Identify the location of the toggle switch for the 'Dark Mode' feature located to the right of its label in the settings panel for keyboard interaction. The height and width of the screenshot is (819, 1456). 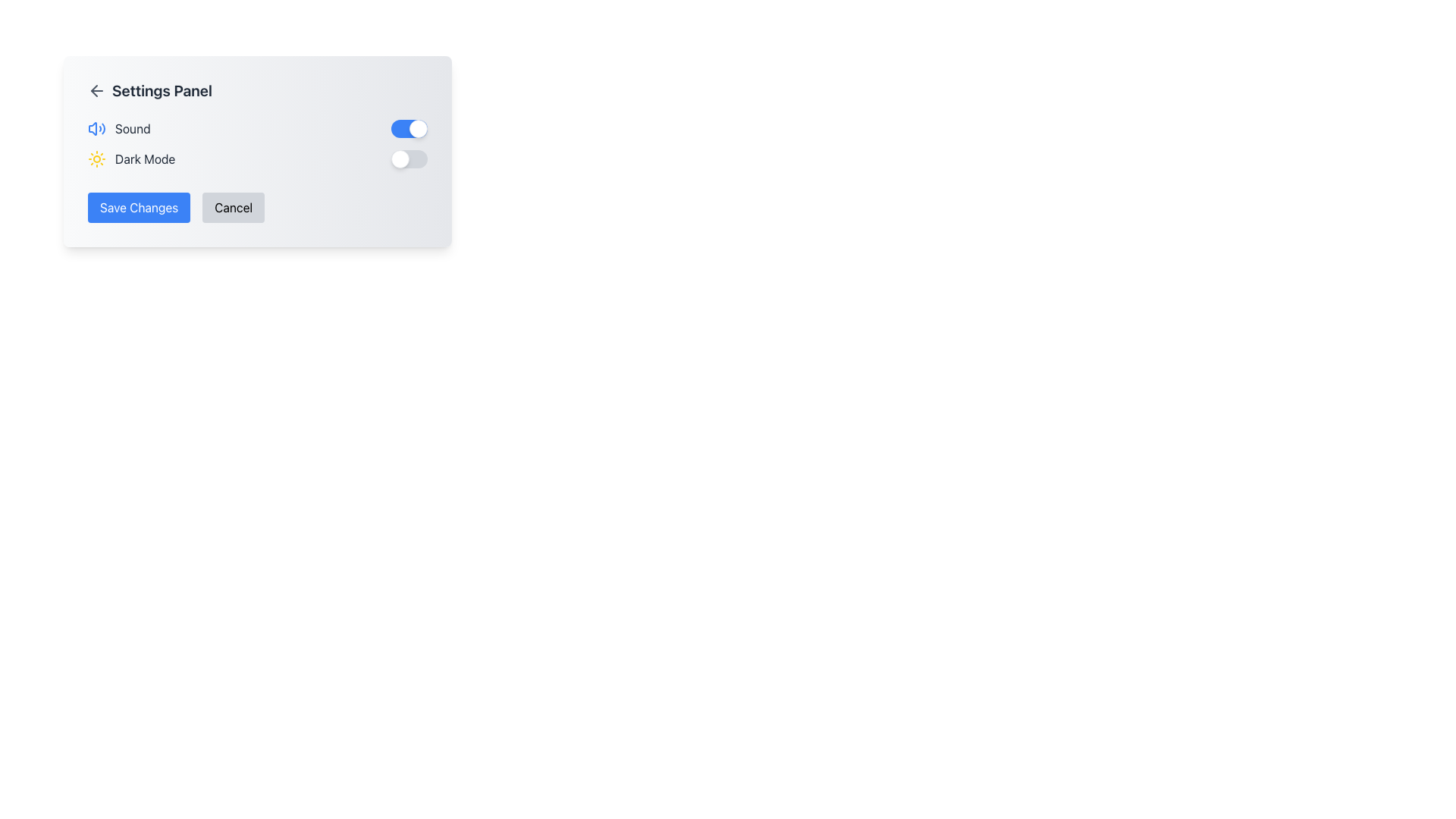
(409, 158).